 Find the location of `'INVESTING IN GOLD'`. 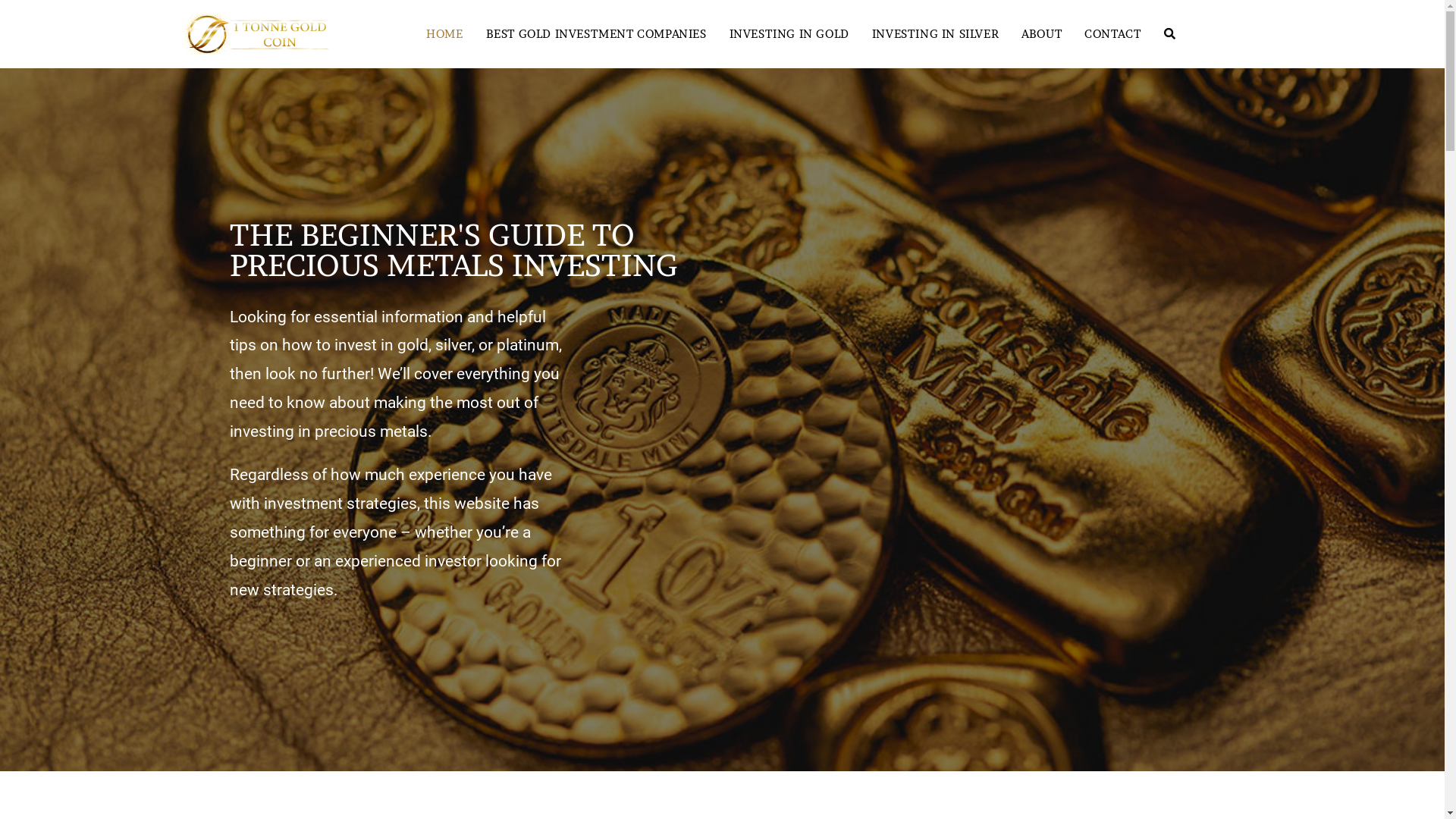

'INVESTING IN GOLD' is located at coordinates (789, 34).